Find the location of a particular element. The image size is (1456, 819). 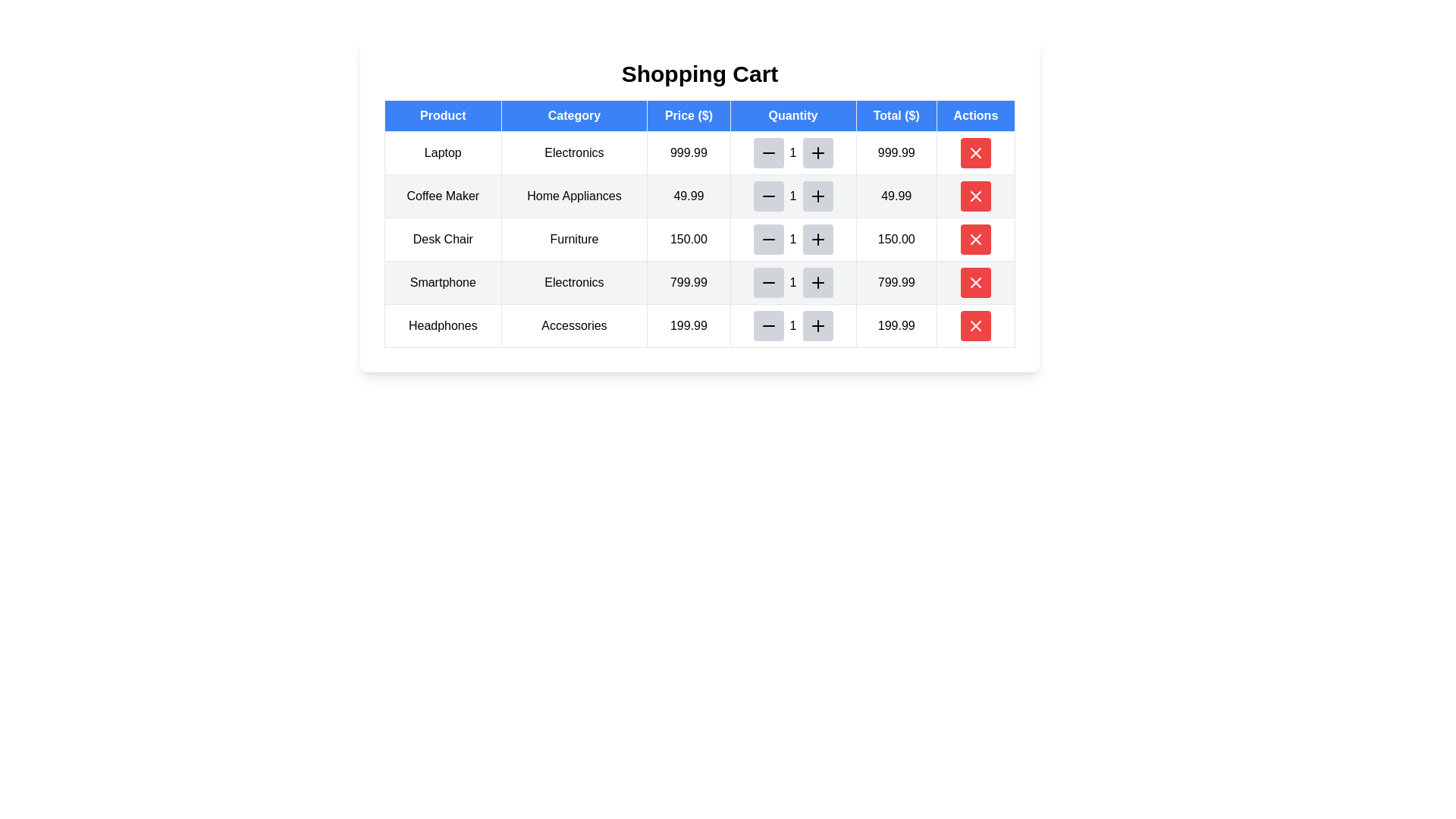

the text label in the 'Category' column that indicates 'Headphones', located in the fifth row of the table is located at coordinates (573, 325).